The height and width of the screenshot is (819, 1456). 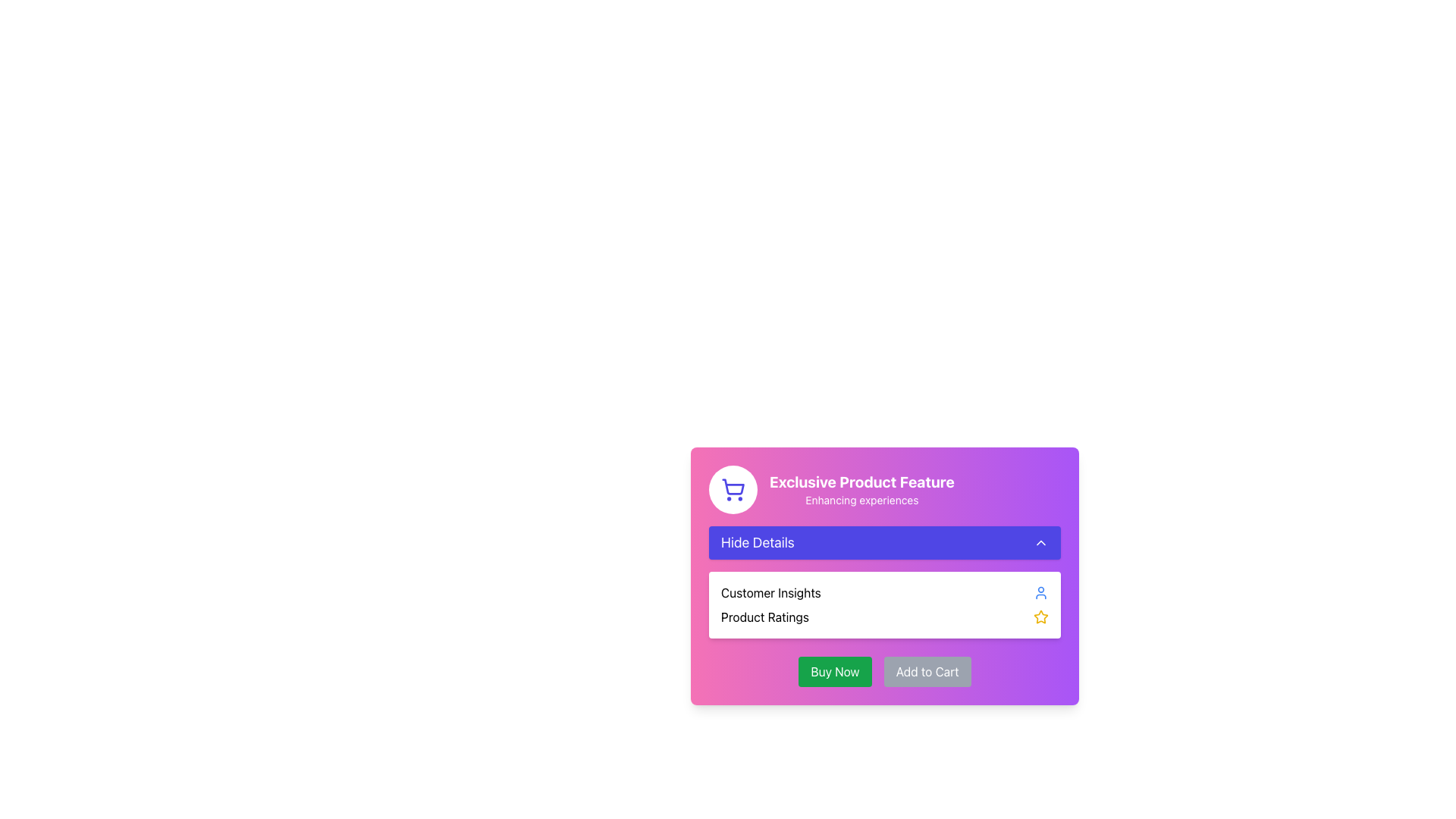 I want to click on the user profile icon located at the rightmost end of the 'Customer Insights' row, so click(x=1040, y=592).